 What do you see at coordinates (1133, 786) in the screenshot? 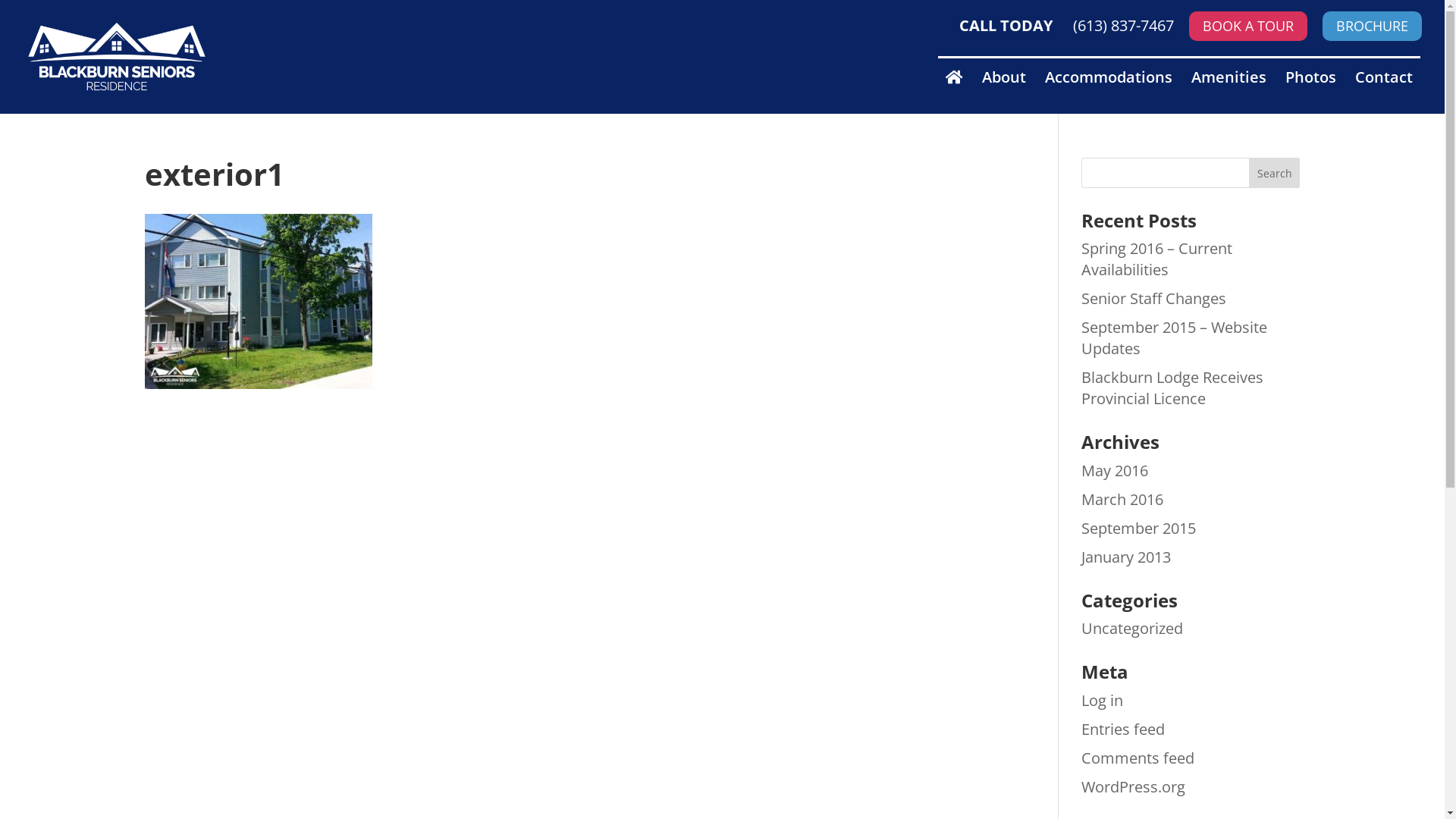
I see `'WordPress.org'` at bounding box center [1133, 786].